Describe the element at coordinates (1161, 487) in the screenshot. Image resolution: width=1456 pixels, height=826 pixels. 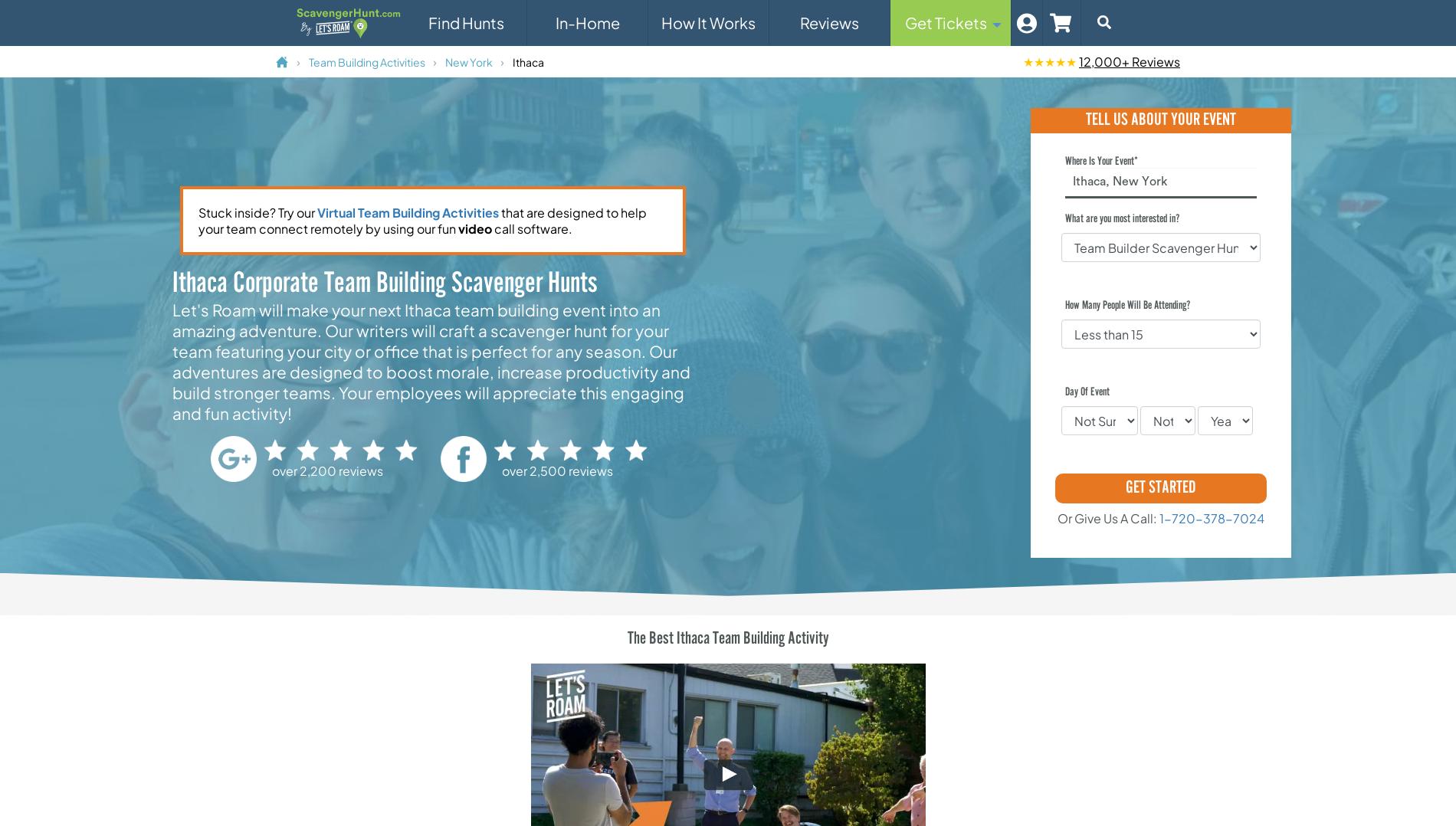
I see `'GET STARTED'` at that location.